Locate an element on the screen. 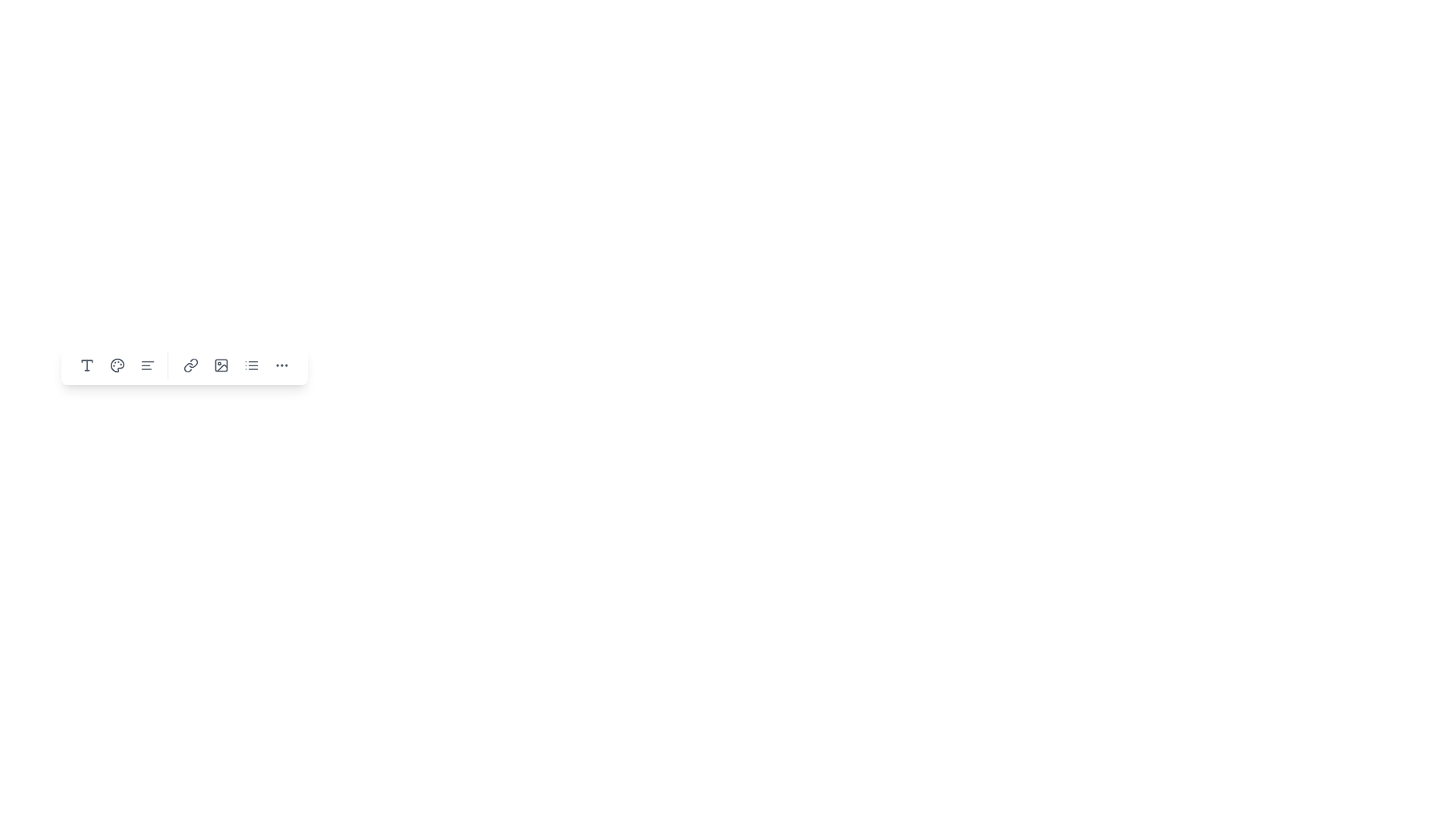  the painter's palette icon located in the menu bar, which is the second icon among a set of interactive icons is located at coordinates (116, 366).